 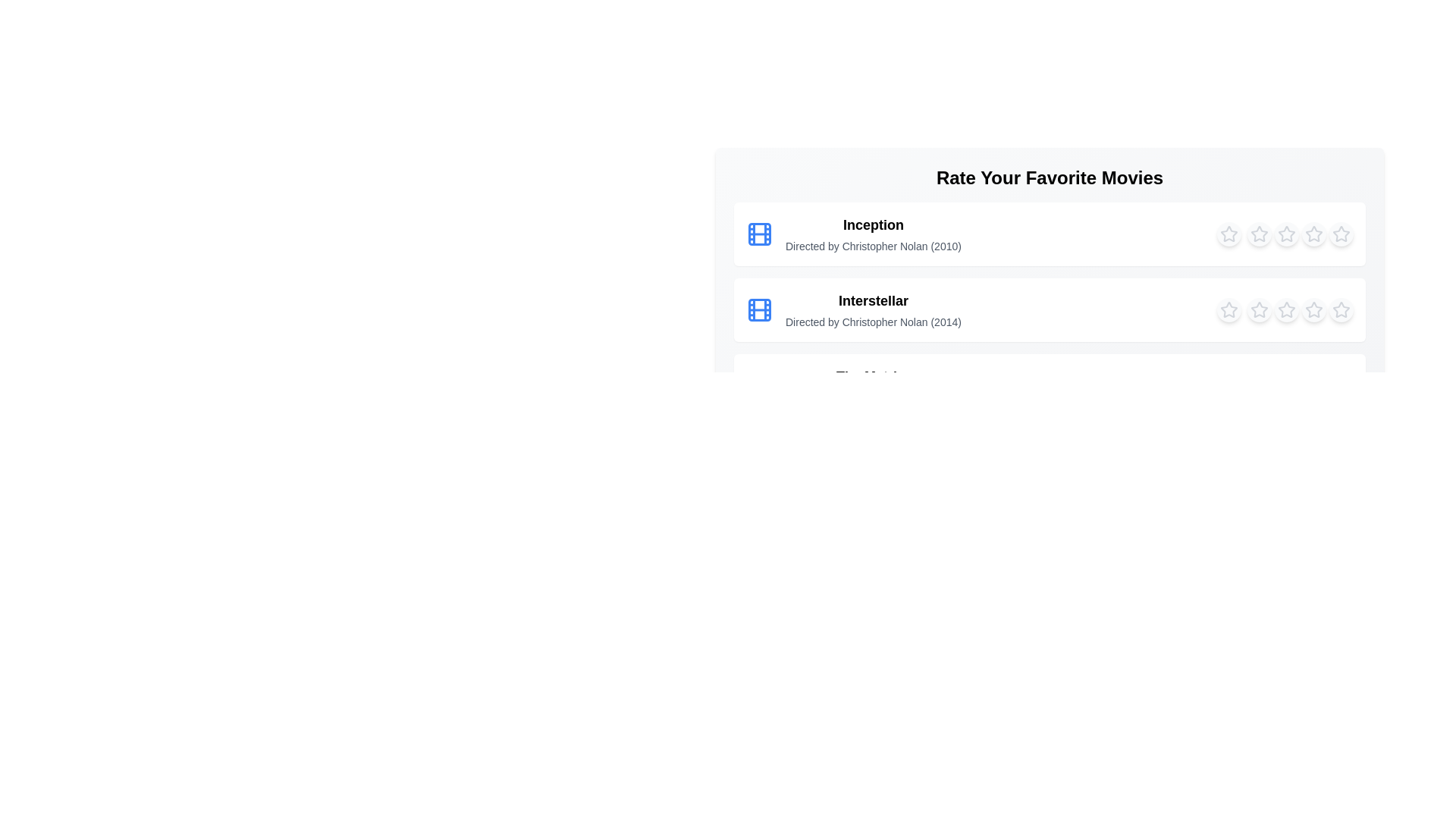 I want to click on the 2 star to highlight it, so click(x=1259, y=234).